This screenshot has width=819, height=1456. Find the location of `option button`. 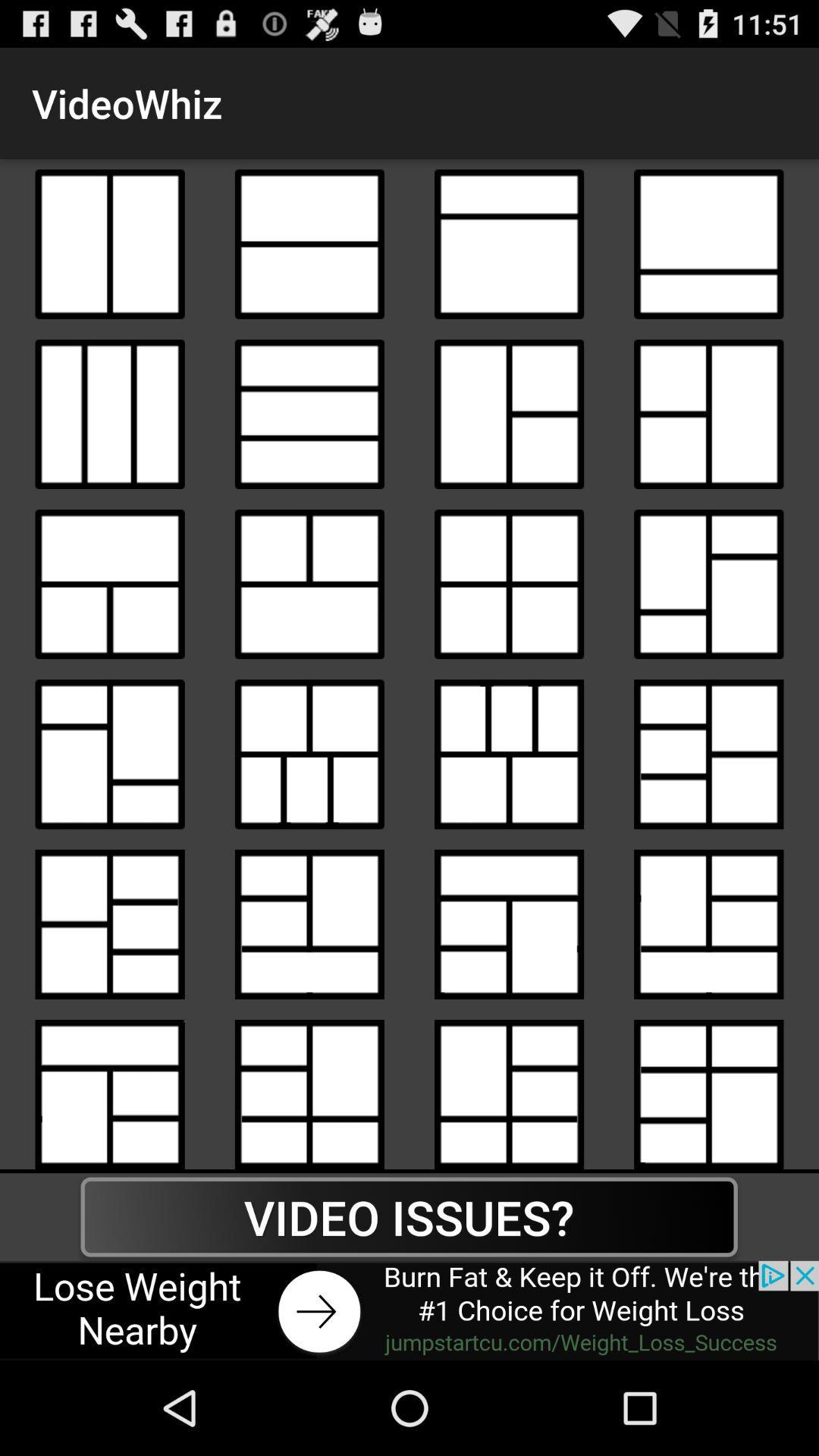

option button is located at coordinates (309, 583).